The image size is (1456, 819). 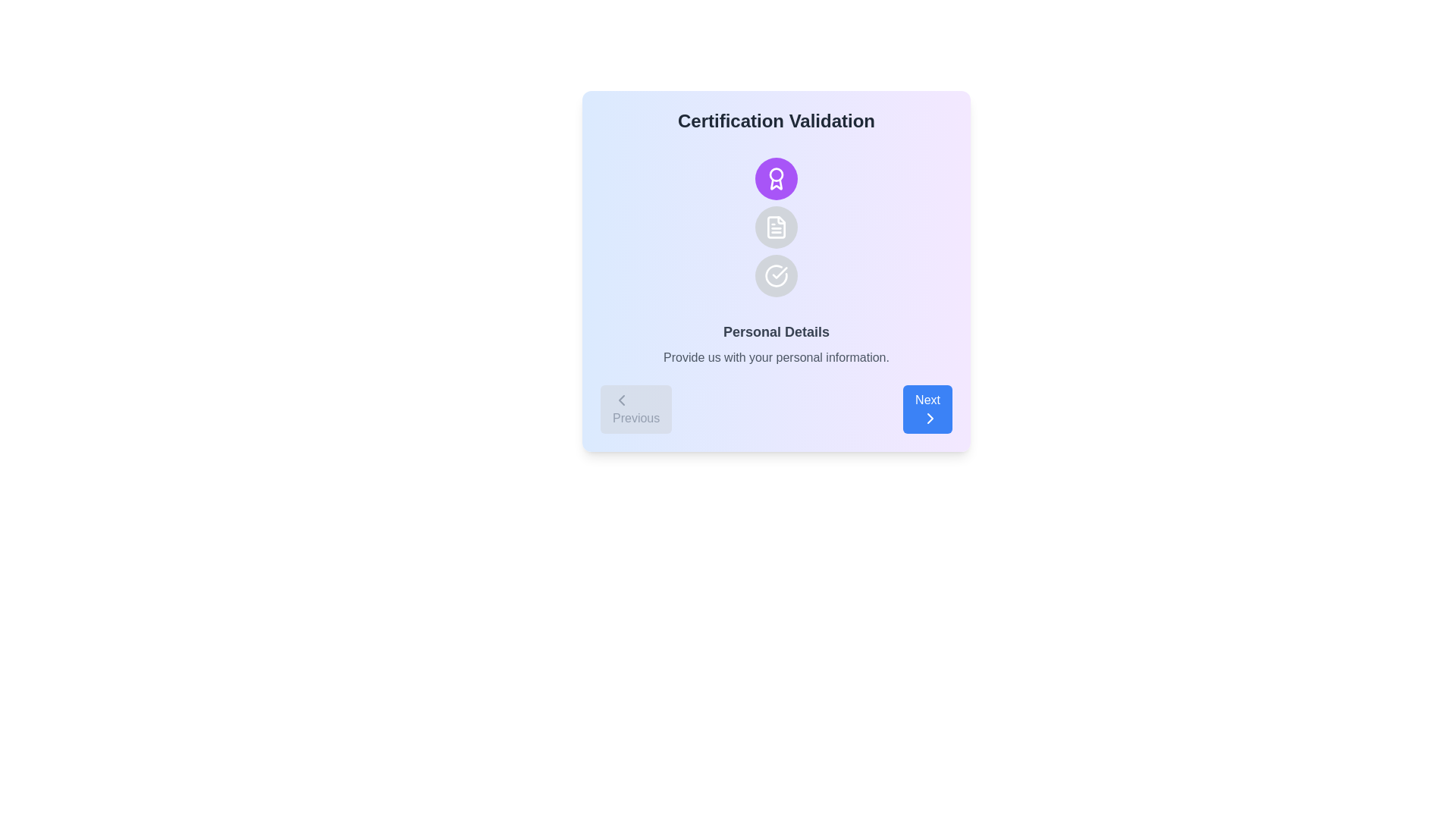 What do you see at coordinates (776, 344) in the screenshot?
I see `the Text element titled 'Personal Details' with description 'Provide us with your personal information.' within the form step under 'Certification Validation.'` at bounding box center [776, 344].